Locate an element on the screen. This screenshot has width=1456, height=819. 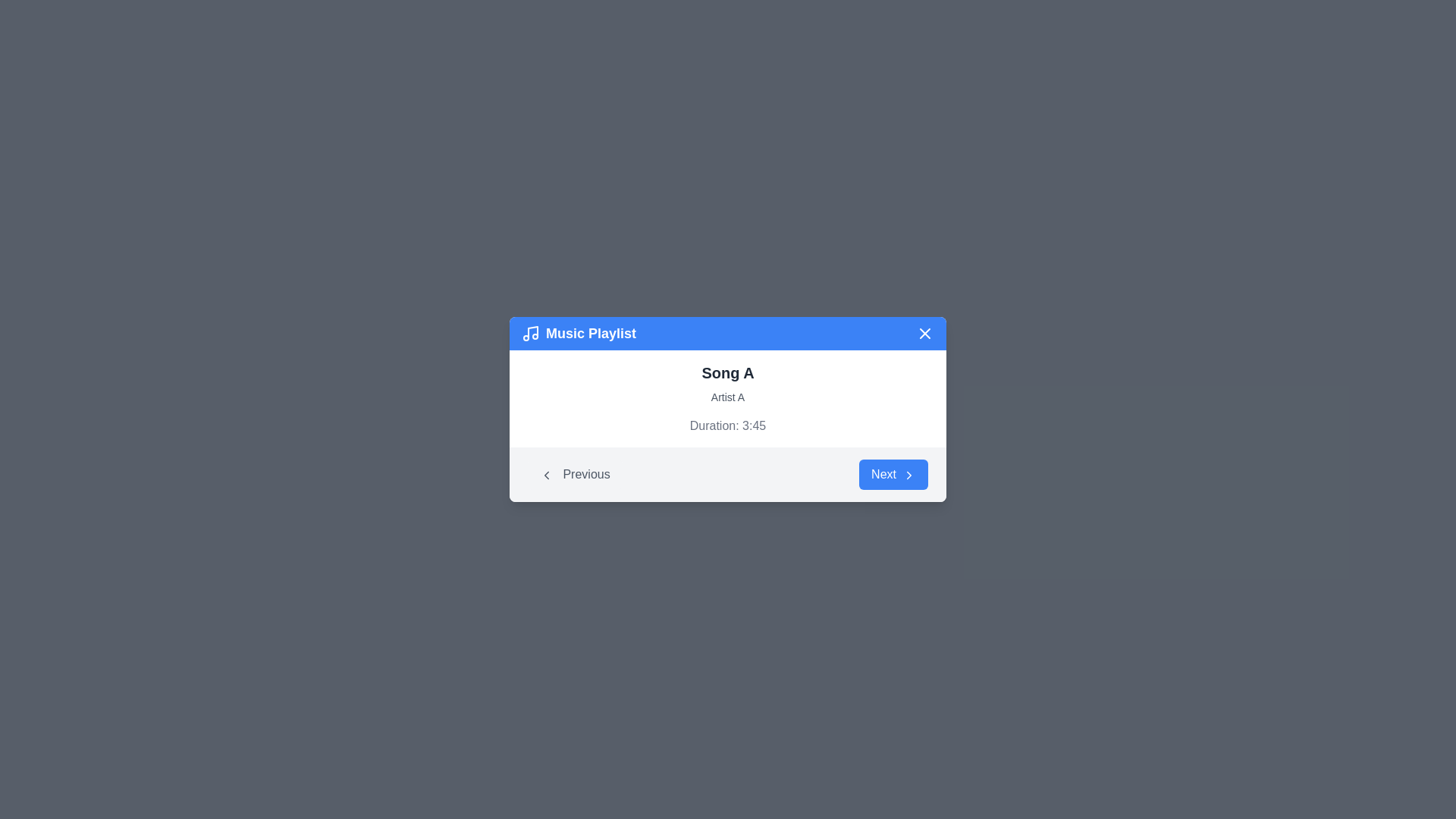
the close button located at the far-right end of the 'Music Playlist' header bar is located at coordinates (924, 332).